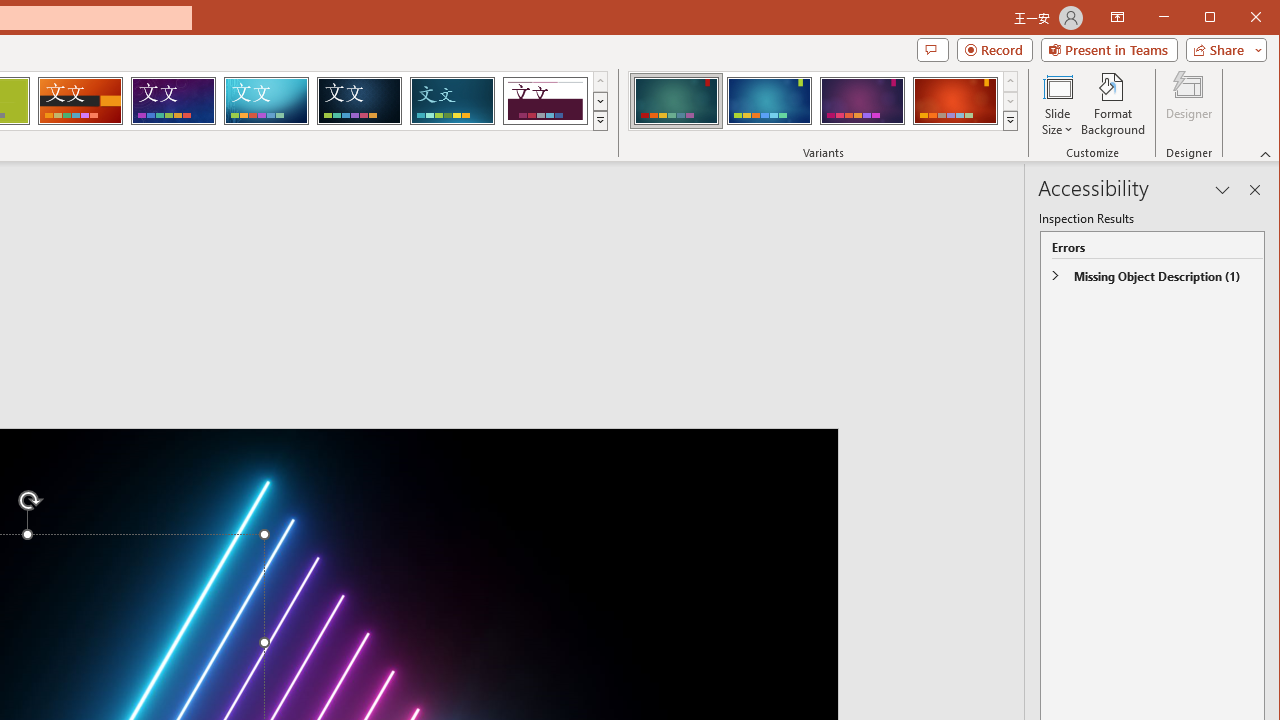 The height and width of the screenshot is (720, 1280). What do you see at coordinates (599, 120) in the screenshot?
I see `'Themes'` at bounding box center [599, 120].